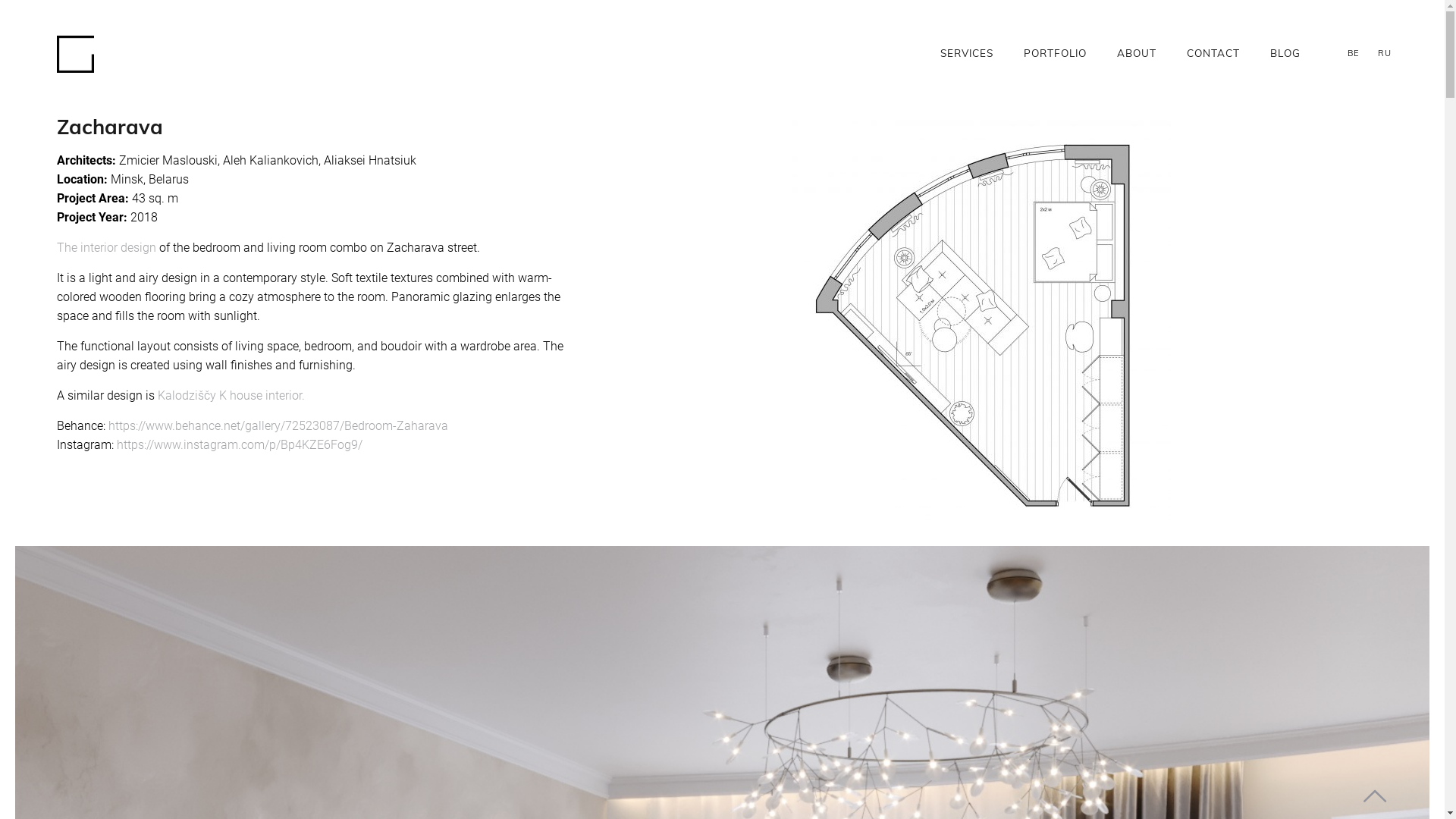 The height and width of the screenshot is (819, 1456). What do you see at coordinates (1212, 52) in the screenshot?
I see `'CONTACT'` at bounding box center [1212, 52].